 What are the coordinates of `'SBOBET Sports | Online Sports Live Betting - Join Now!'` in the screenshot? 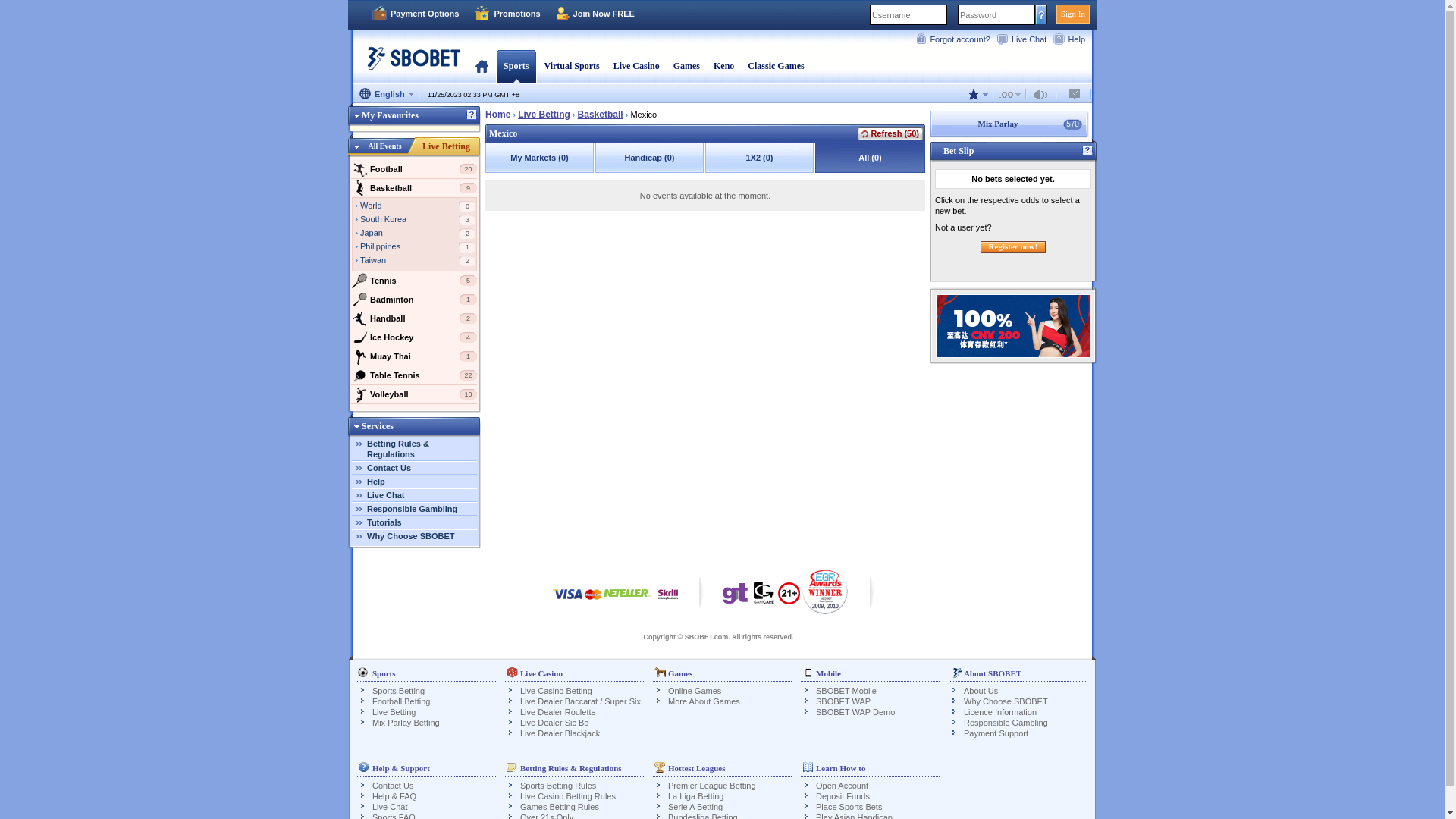 It's located at (409, 63).